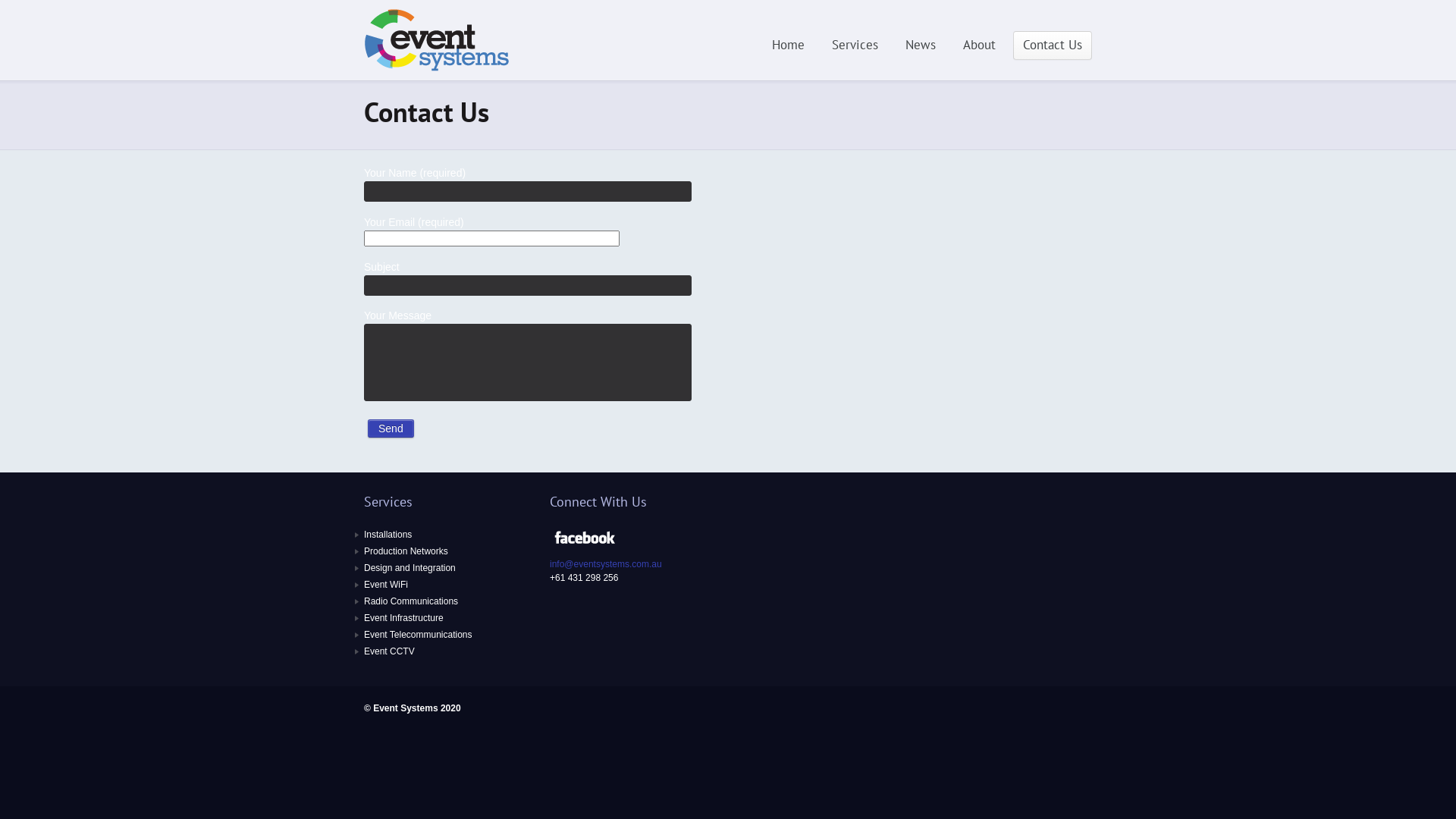  Describe the element at coordinates (920, 45) in the screenshot. I see `'News'` at that location.